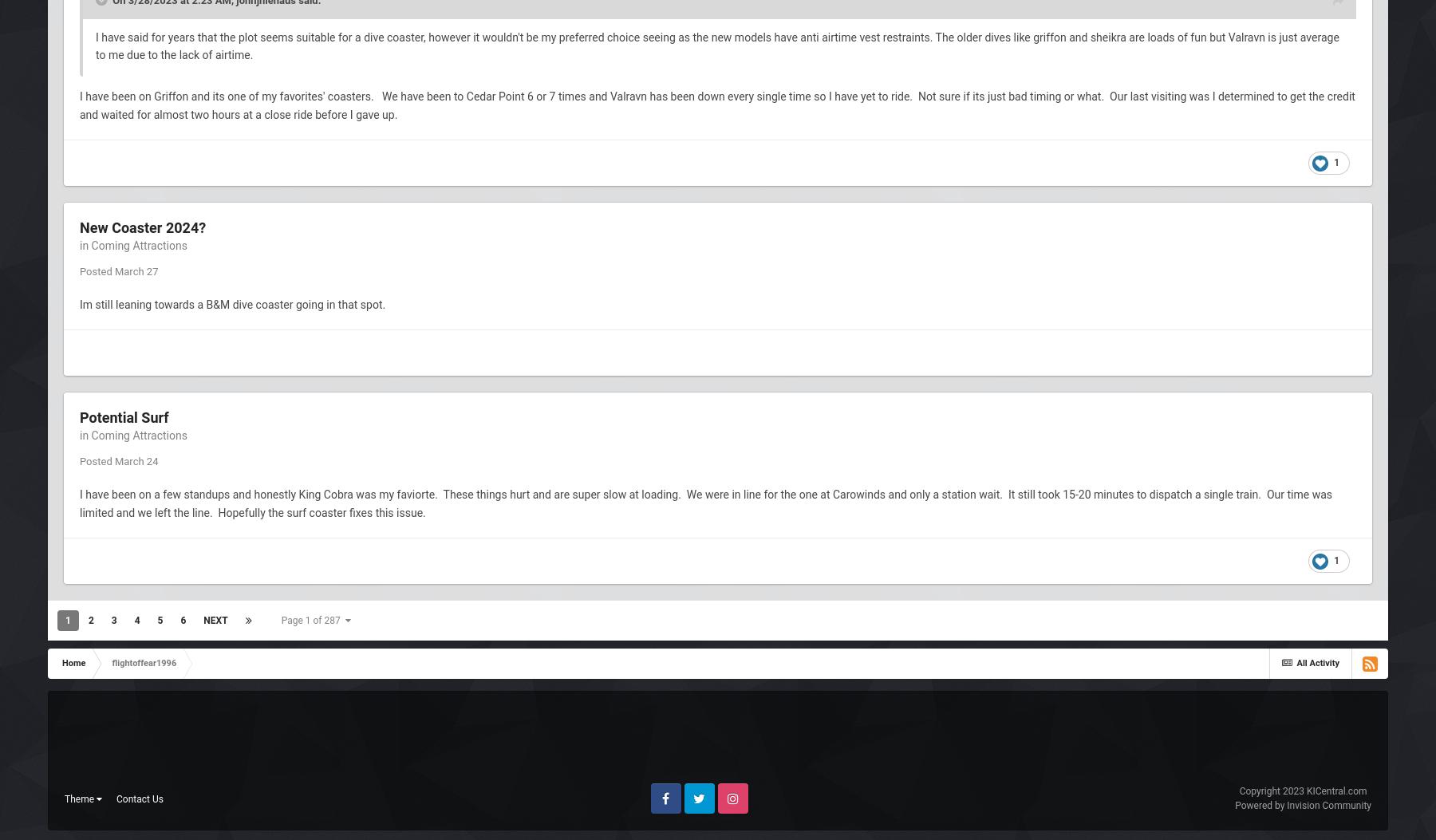  I want to click on 'I have said for years that the plot seems suitable for a dive coaster, however it wouldn't be my preferred choice seeing as the new models have anti airtime vest restraints. The older dives like griffon and sheikra are loads of fun but Valravn is just average to me due to the lack of airtime.', so click(716, 45).